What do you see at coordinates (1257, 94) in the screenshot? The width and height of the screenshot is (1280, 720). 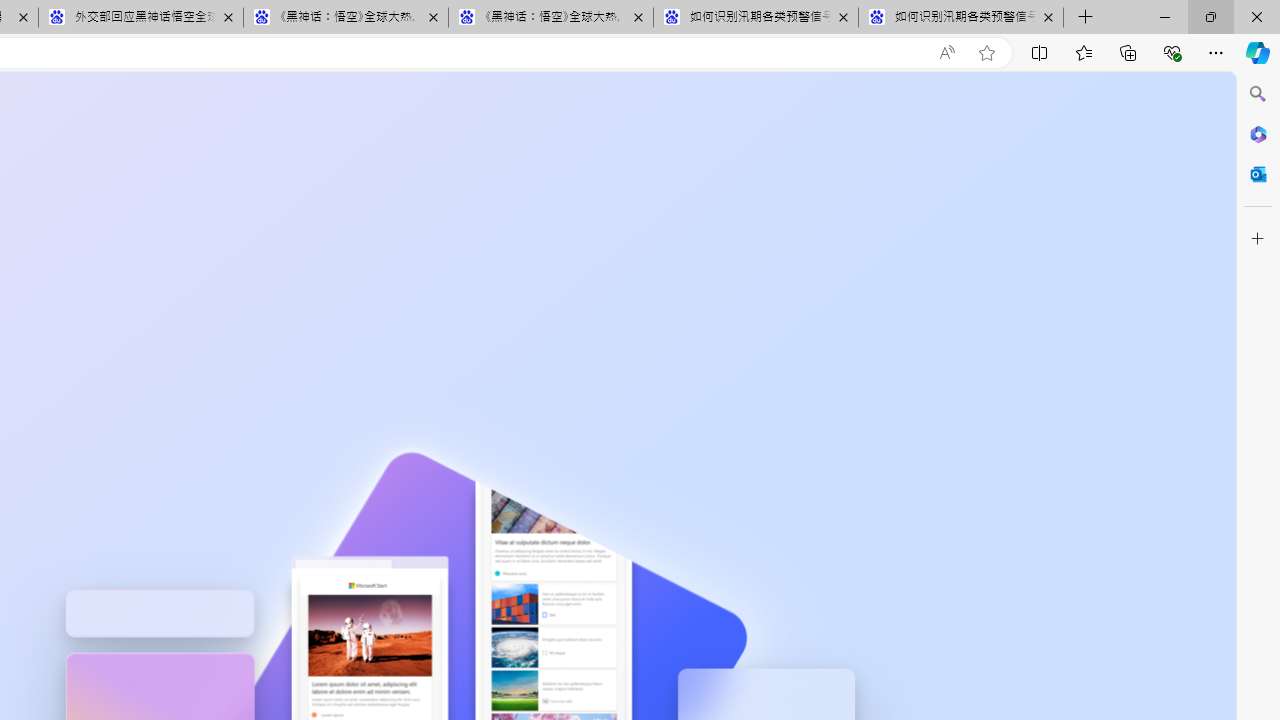 I see `'Search'` at bounding box center [1257, 94].